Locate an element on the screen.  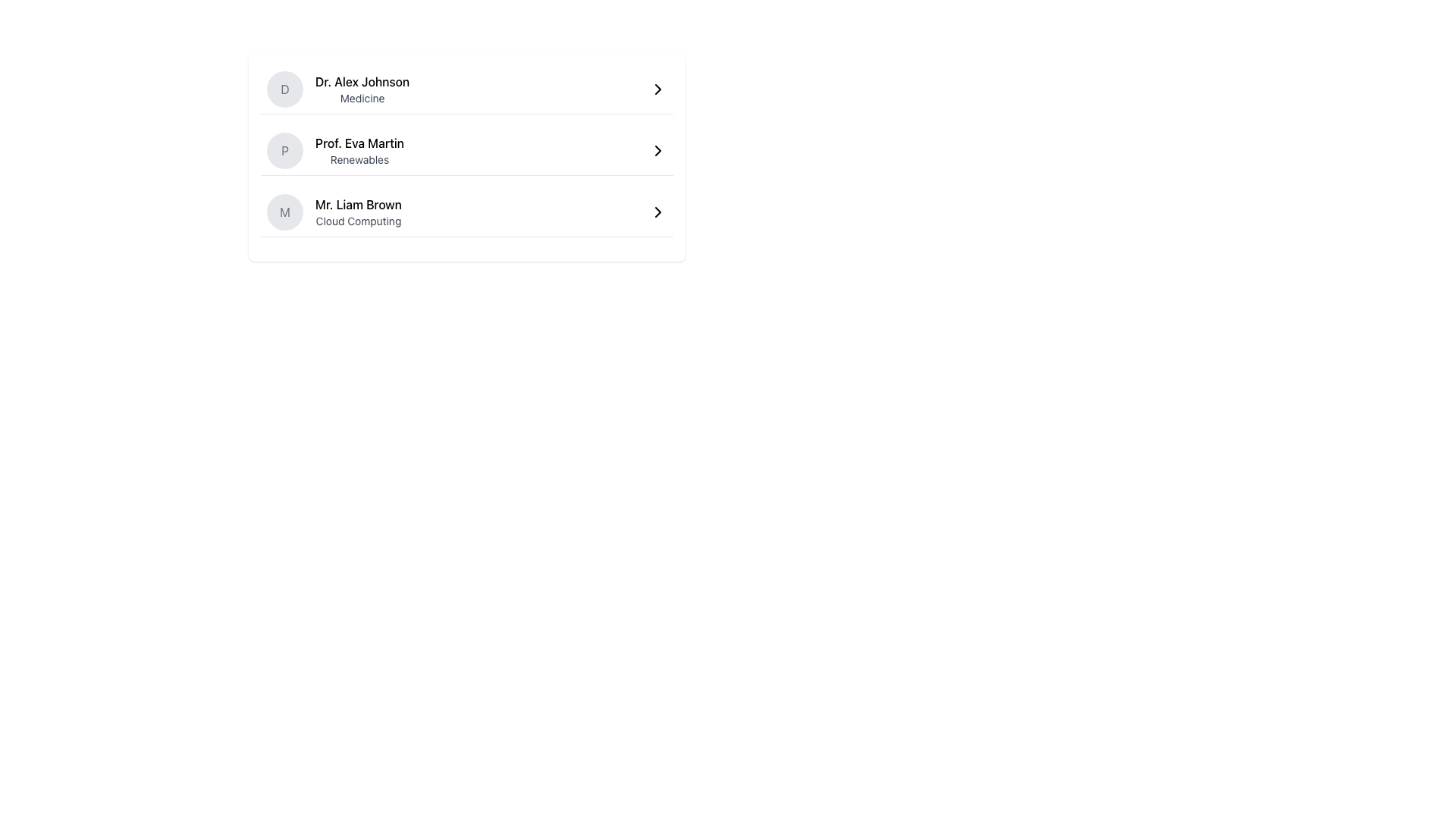
the right-facing chevron icon at the end of the row containing 'Prof. Eva Martin' and 'Renewables' is located at coordinates (658, 151).